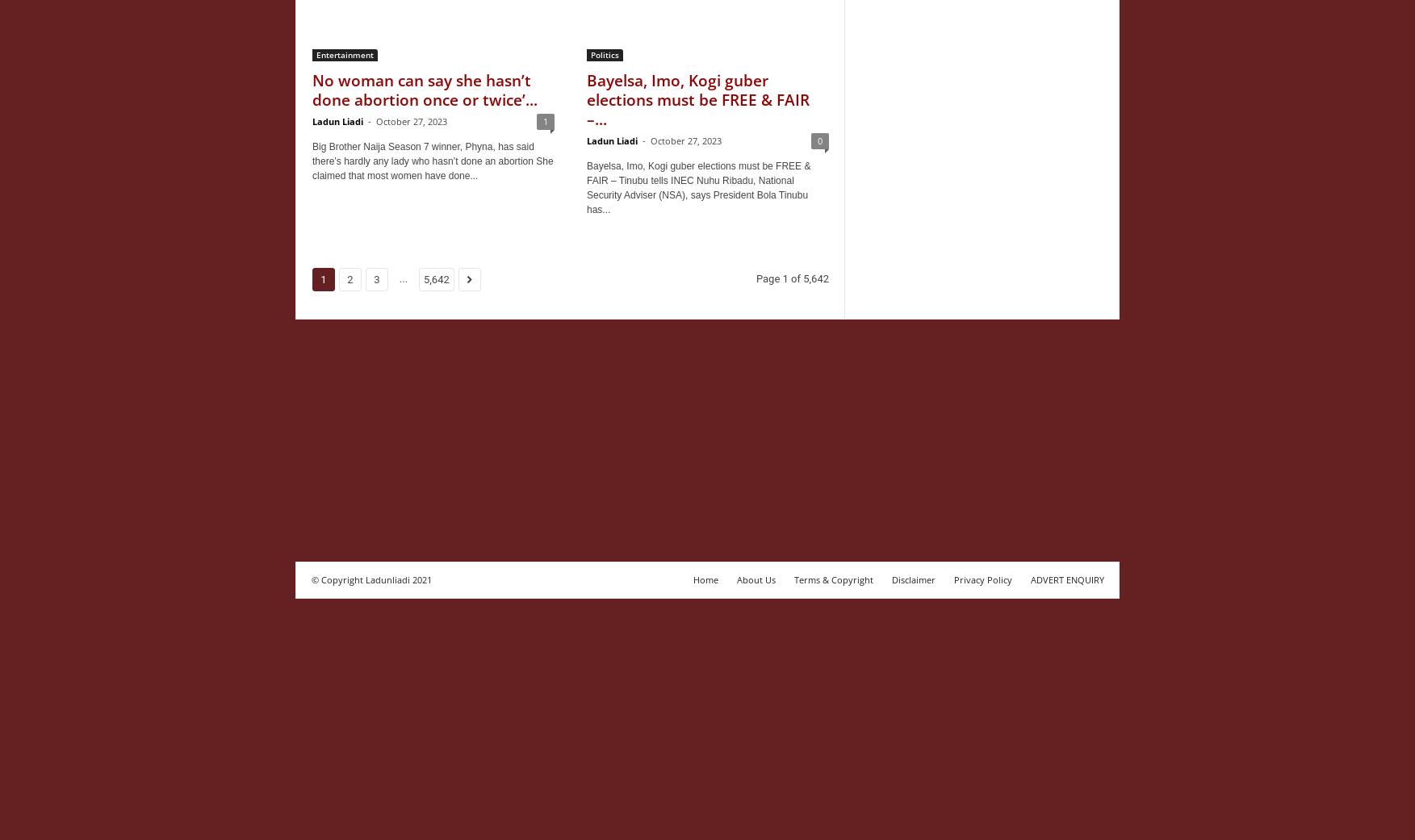 This screenshot has width=1415, height=840. I want to click on 'Privacy Policy', so click(954, 579).